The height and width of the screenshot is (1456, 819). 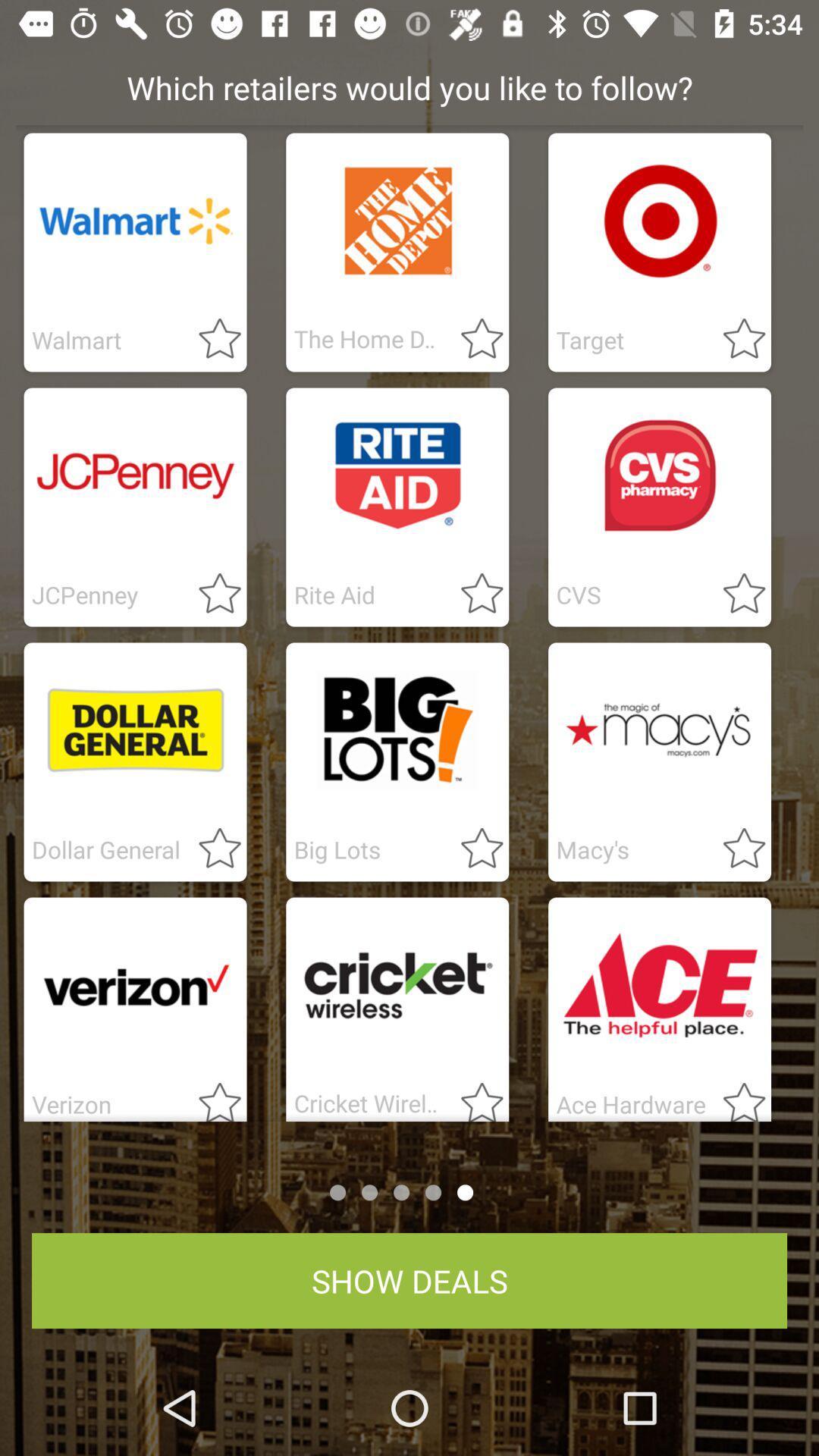 I want to click on it as star marked, so click(x=734, y=849).